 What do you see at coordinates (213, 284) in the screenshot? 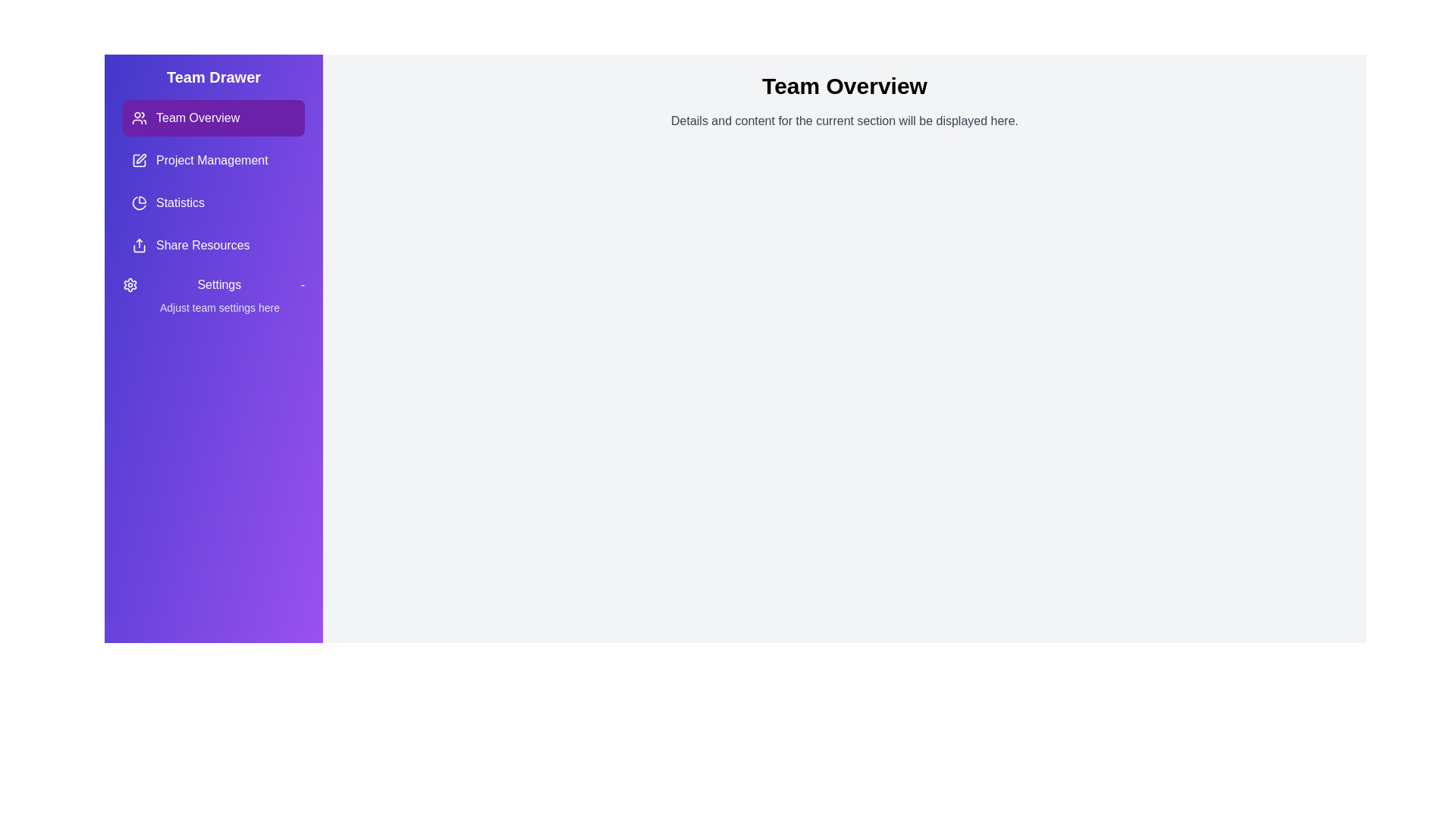
I see `the settings toggle button to expand or collapse the settings section` at bounding box center [213, 284].